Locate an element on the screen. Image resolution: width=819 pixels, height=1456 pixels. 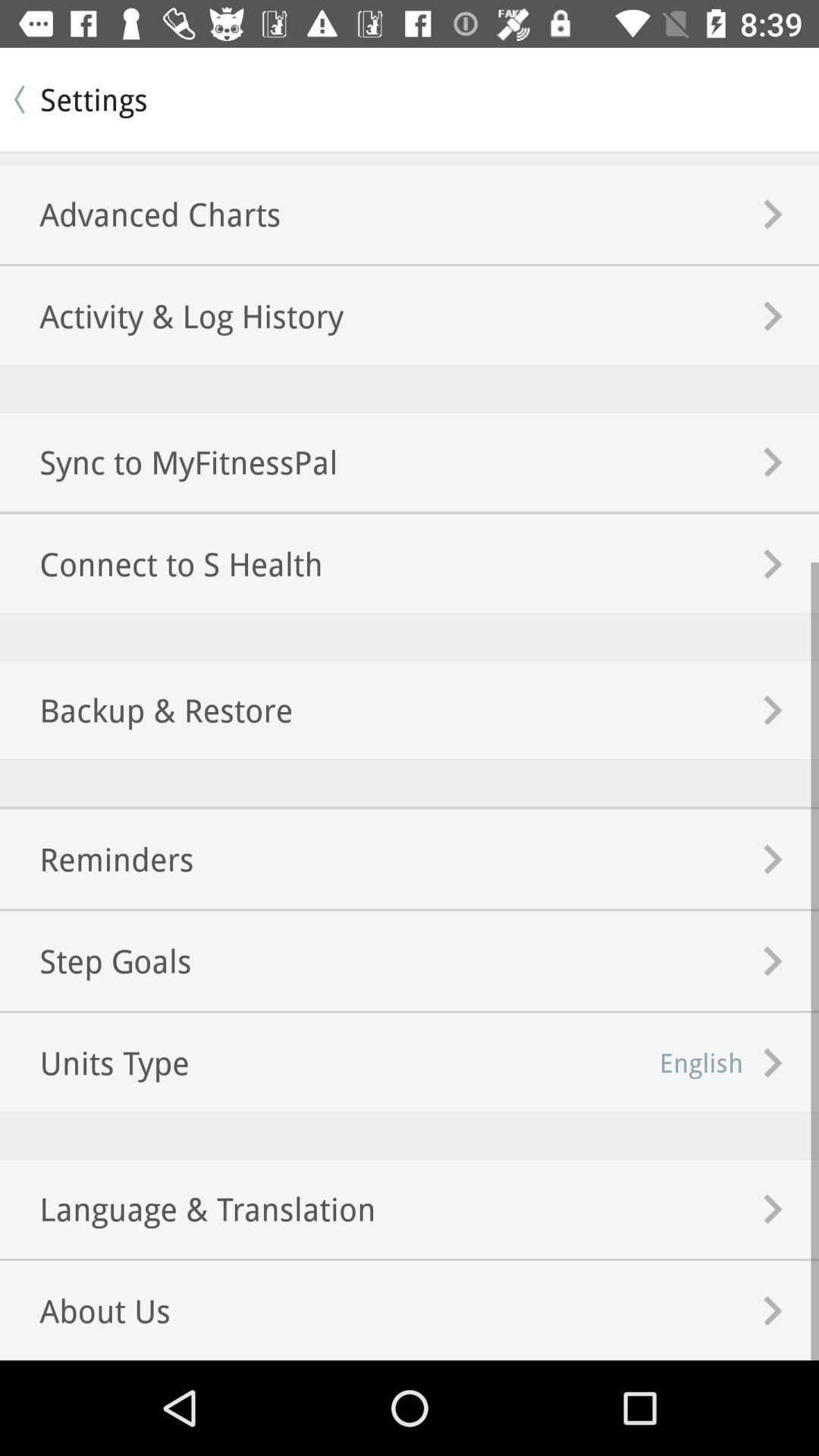
units type item is located at coordinates (94, 1062).